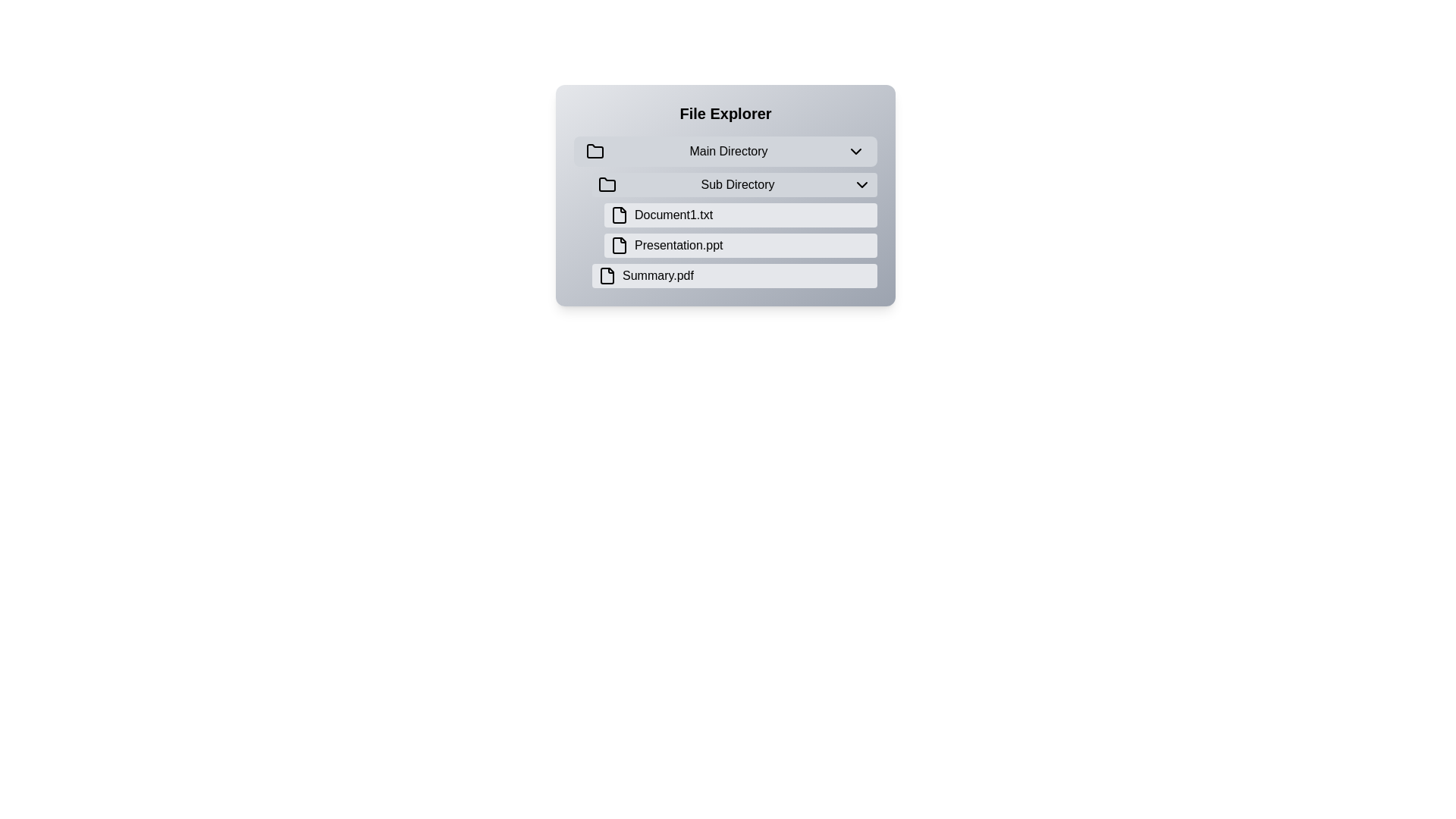  I want to click on the selectable file button in the file explorer interface located between 'Document1.txt' and 'Summary.pdf', so click(741, 245).